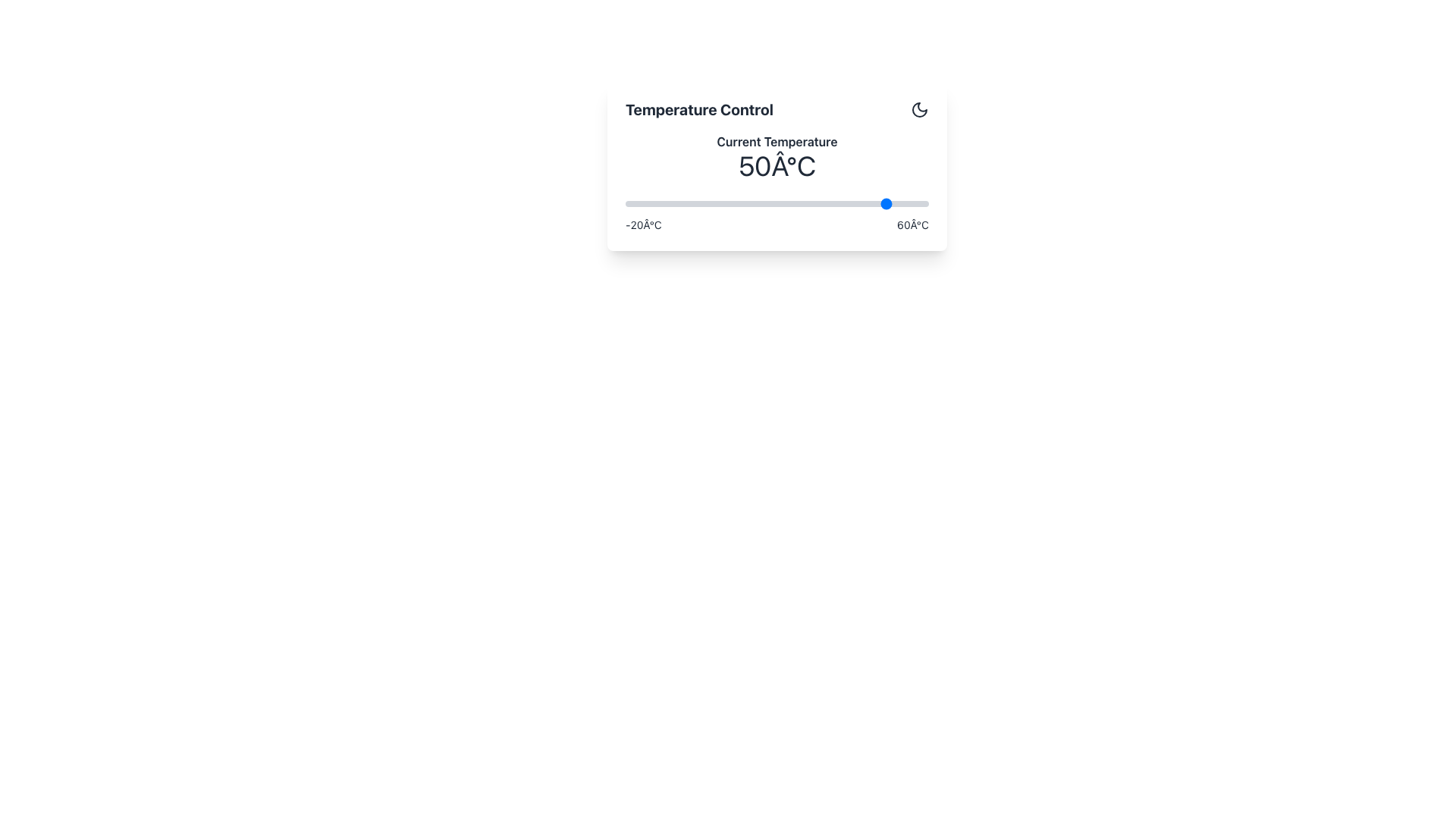 This screenshot has height=819, width=1456. What do you see at coordinates (637, 203) in the screenshot?
I see `the temperature` at bounding box center [637, 203].